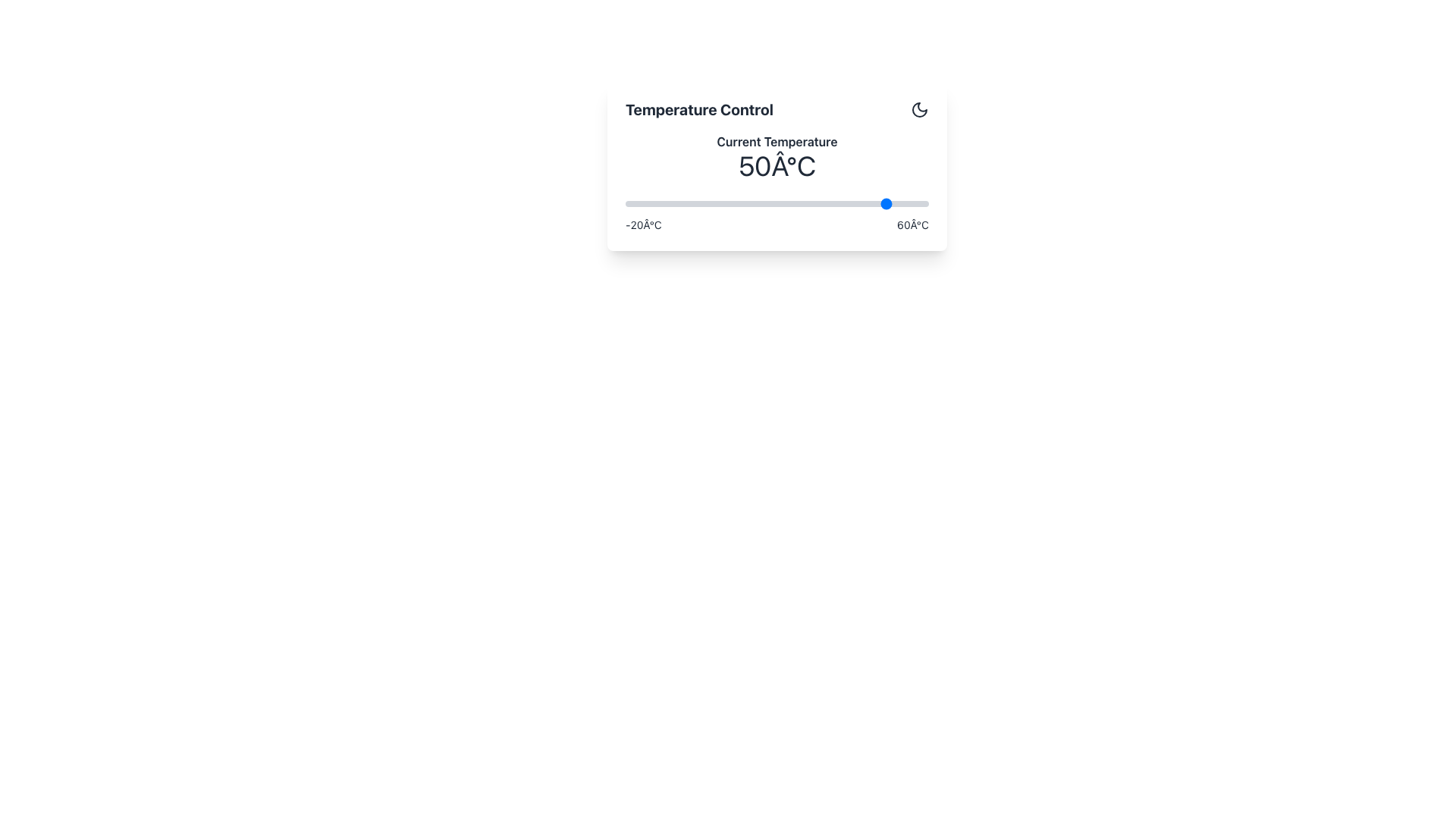 This screenshot has height=819, width=1456. What do you see at coordinates (637, 203) in the screenshot?
I see `the temperature` at bounding box center [637, 203].